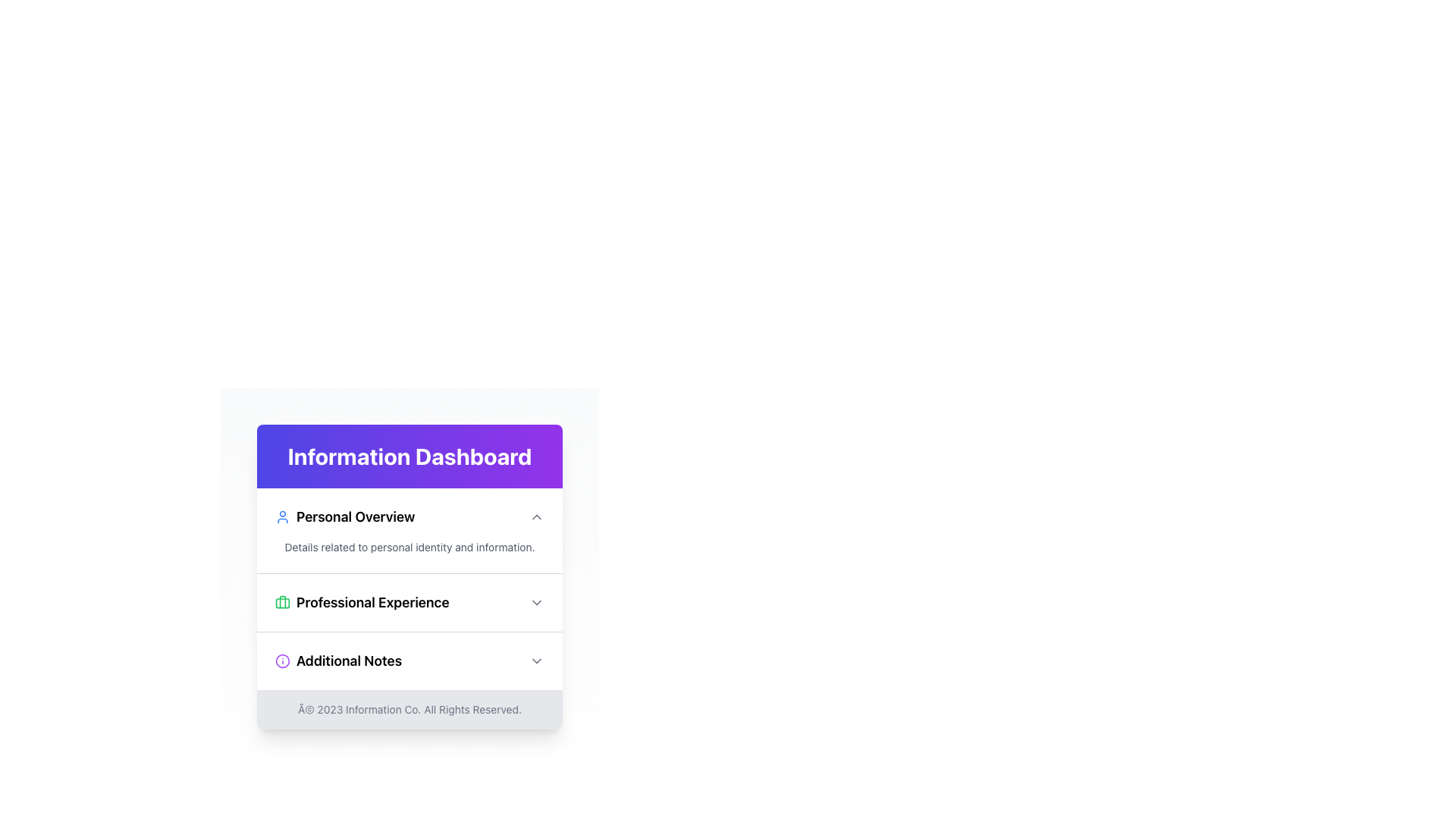  What do you see at coordinates (409, 547) in the screenshot?
I see `the text element reading 'Details related to personal identity and information.' which is located beneath the 'Personal Overview' header` at bounding box center [409, 547].